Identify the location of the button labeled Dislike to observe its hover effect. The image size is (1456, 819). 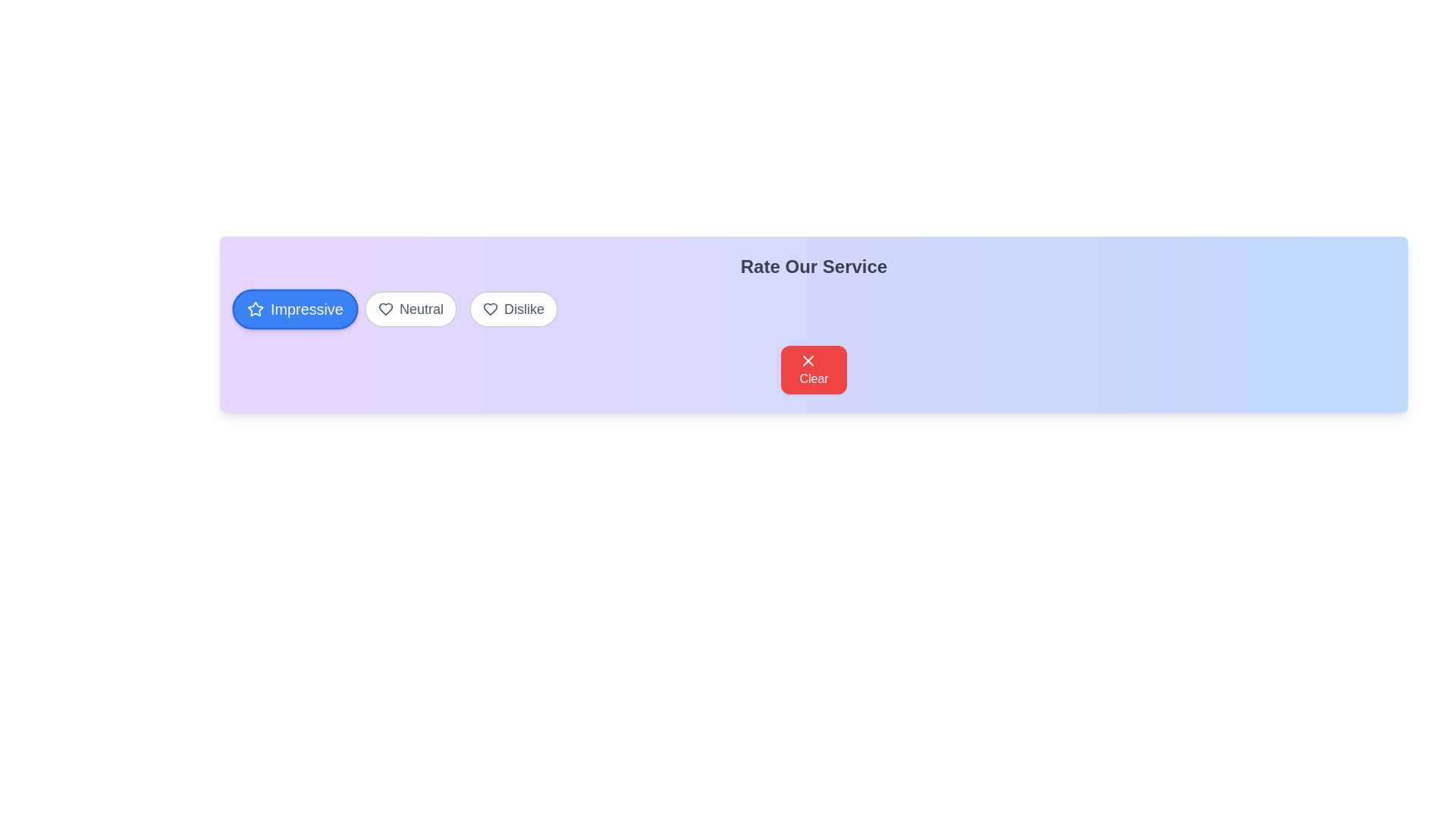
(513, 309).